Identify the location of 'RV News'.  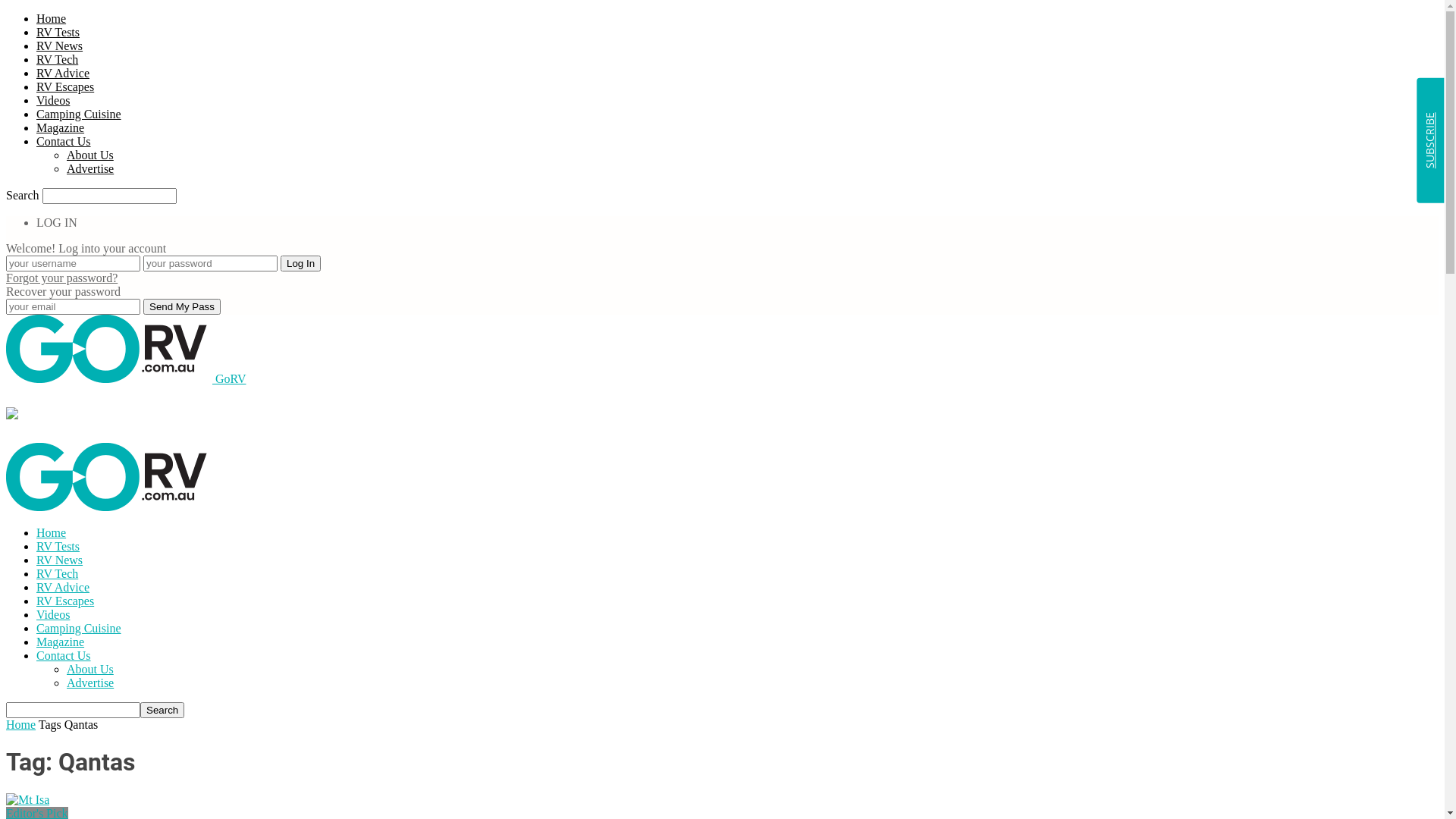
(59, 560).